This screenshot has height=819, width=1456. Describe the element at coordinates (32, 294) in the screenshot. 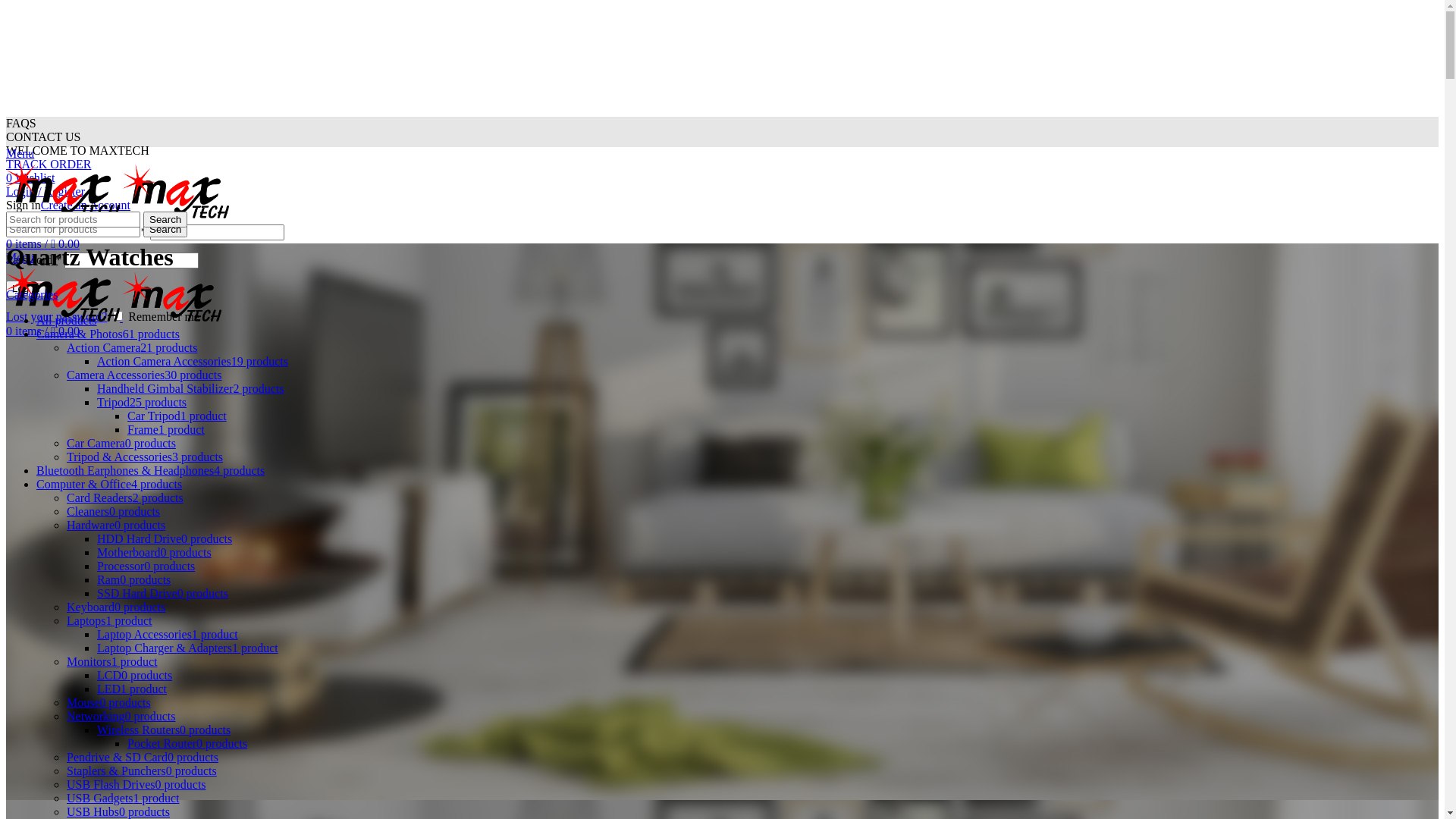

I see `'Categories'` at that location.